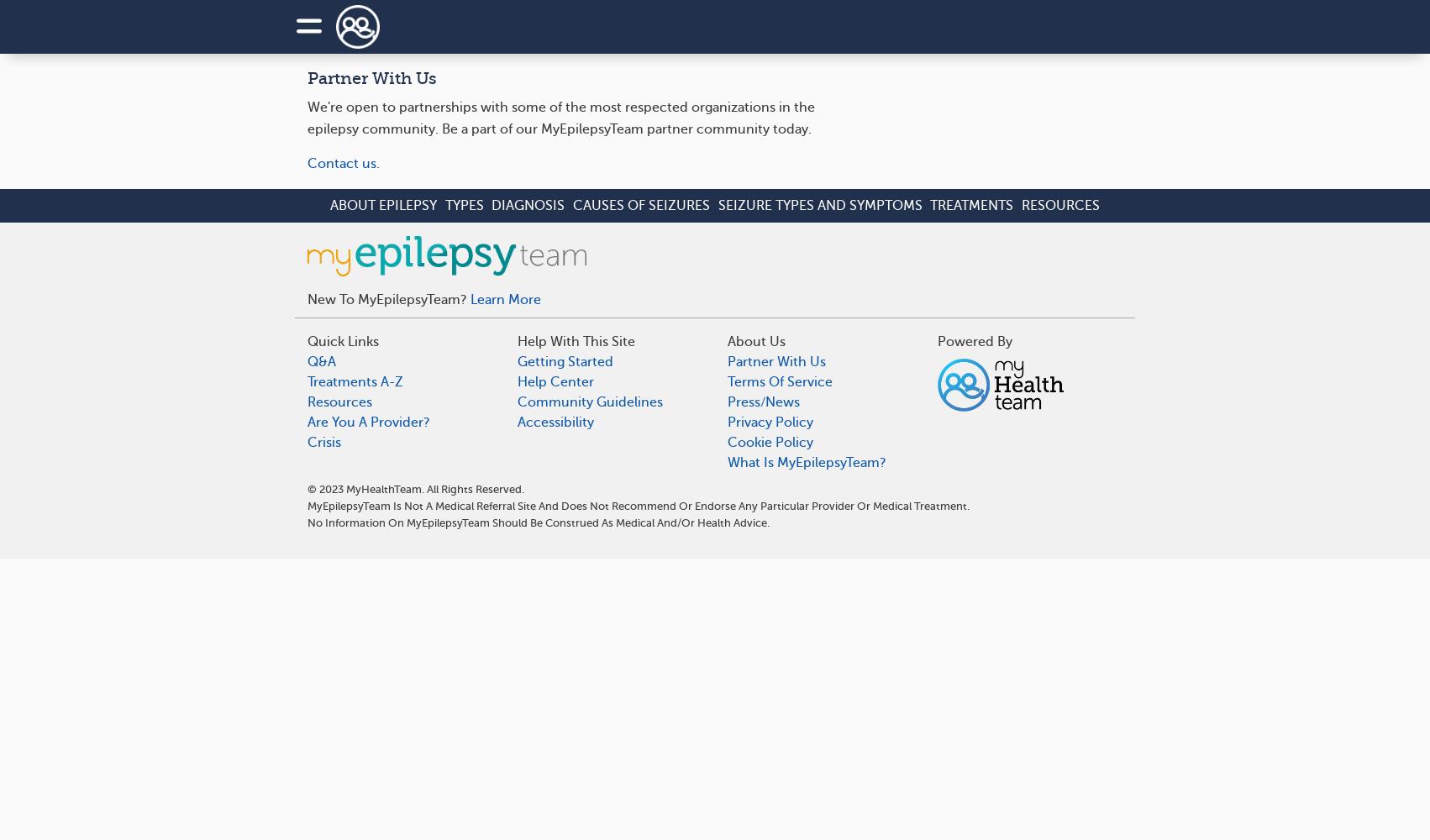 The width and height of the screenshot is (1430, 840). What do you see at coordinates (433, 487) in the screenshot?
I see `'MyHealthTeam. All rights reserved.'` at bounding box center [433, 487].